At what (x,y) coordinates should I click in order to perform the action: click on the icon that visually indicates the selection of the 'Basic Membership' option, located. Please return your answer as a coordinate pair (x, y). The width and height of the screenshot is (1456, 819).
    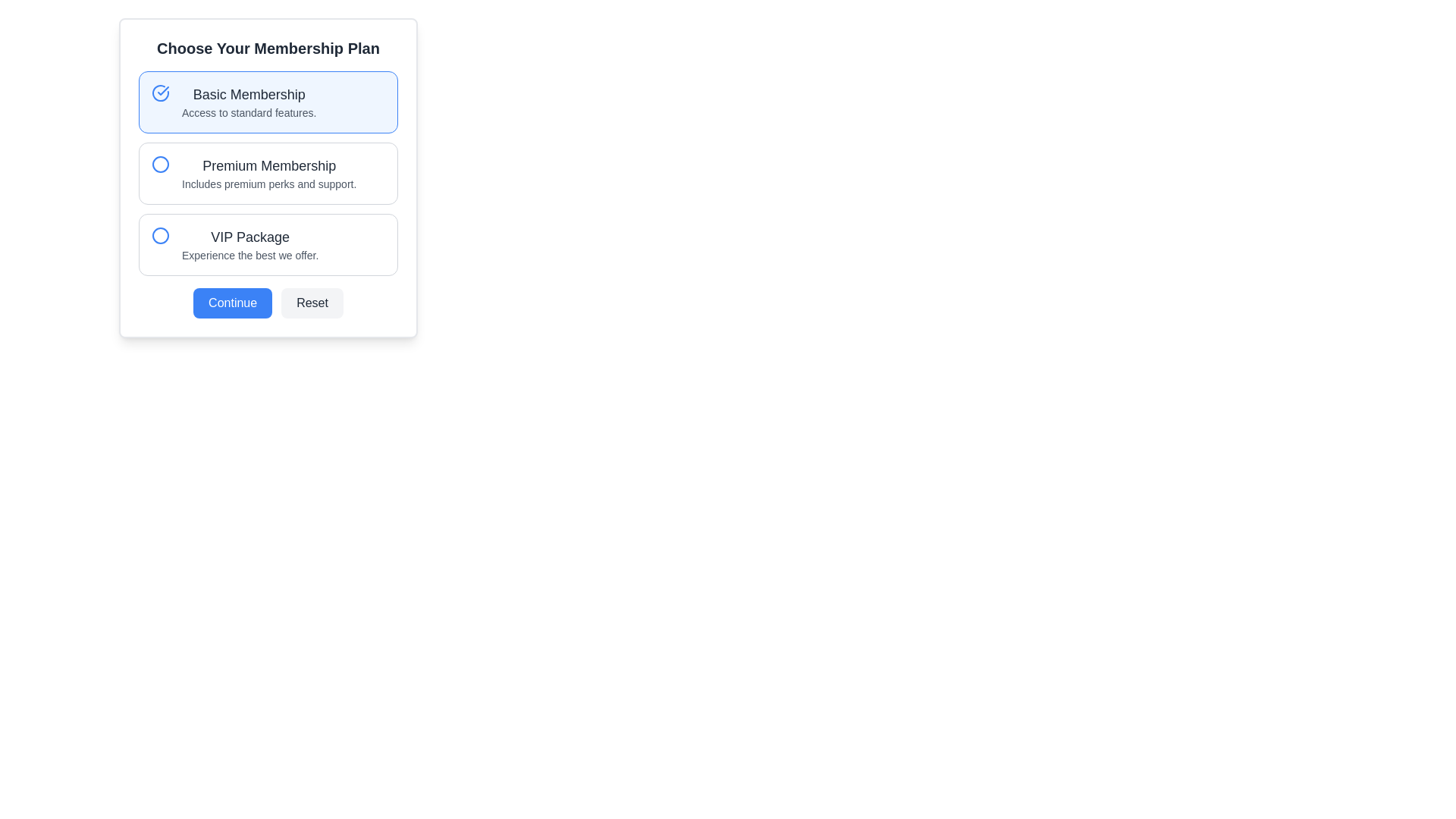
    Looking at the image, I should click on (160, 93).